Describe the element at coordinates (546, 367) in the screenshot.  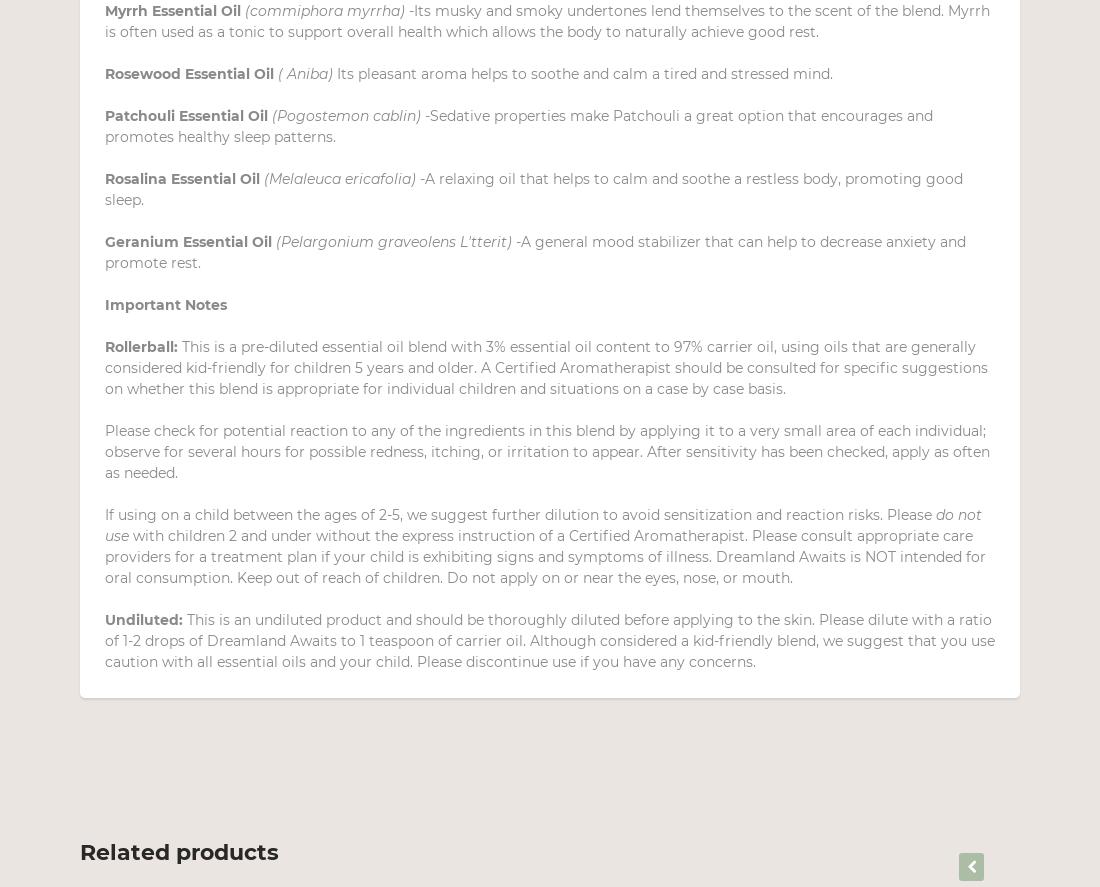
I see `'This is a pre-diluted essential oil blend with 3% essential oil content to 97% carrier oil, using oils that are generally considered kid-friendly for children 5 years and older. A Certified Aromatherapist should be consulted for specific suggestions on whether this blend is appropriate for individual children and situations on a case by case basis.'` at that location.